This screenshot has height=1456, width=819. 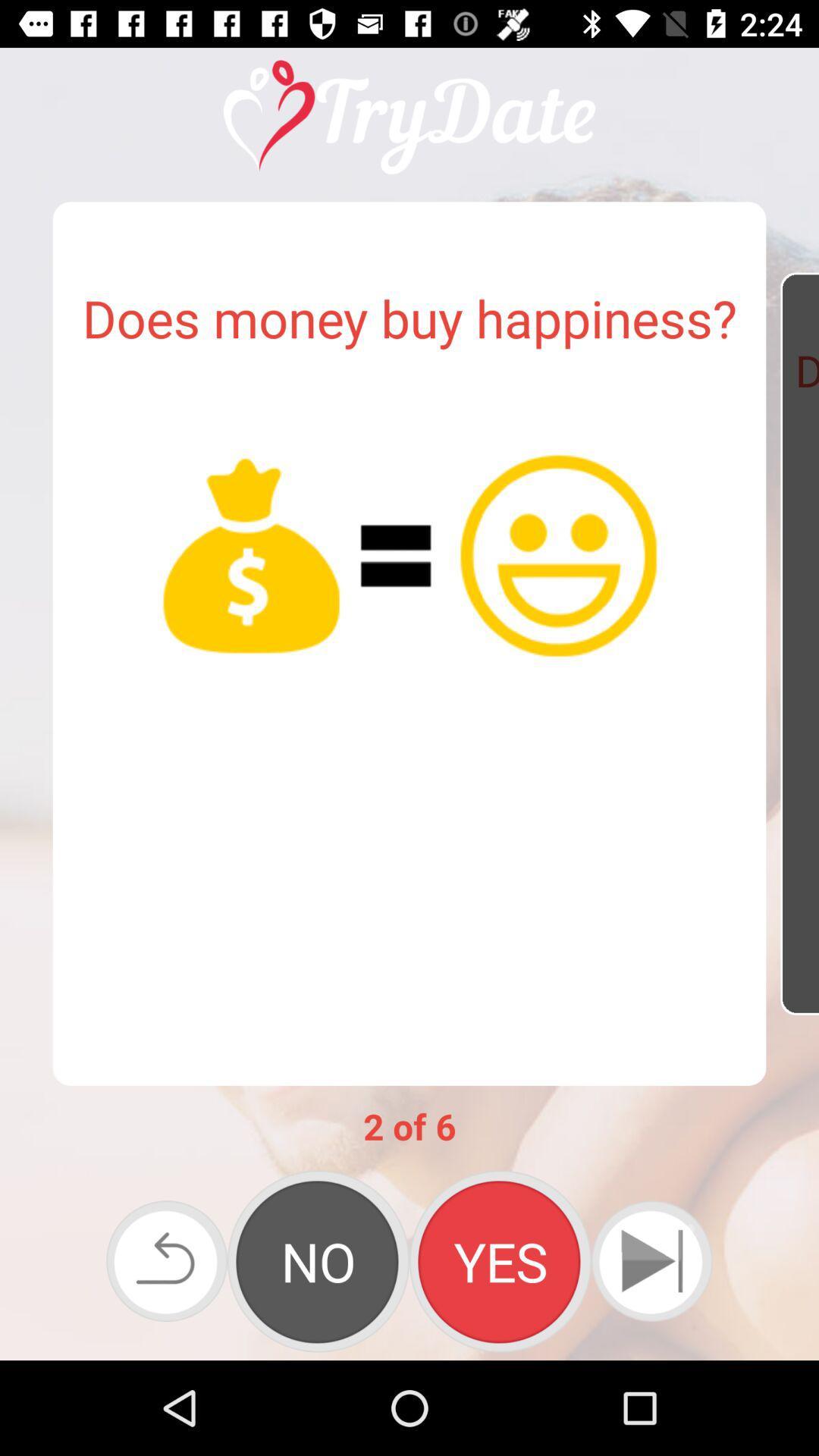 I want to click on answer no, so click(x=318, y=1261).